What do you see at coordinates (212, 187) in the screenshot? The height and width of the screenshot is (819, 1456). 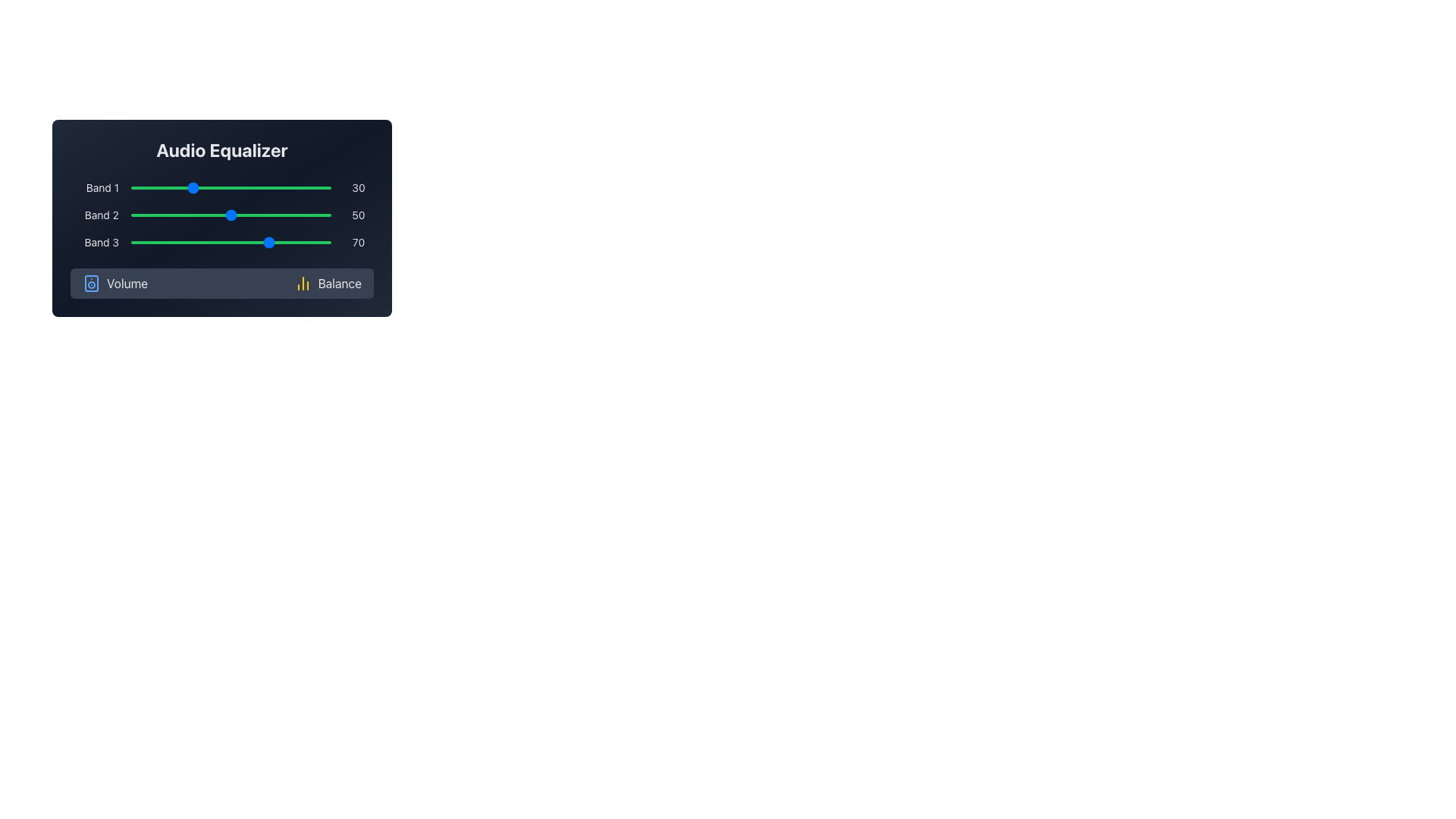 I see `Band 1 equalizer value` at bounding box center [212, 187].